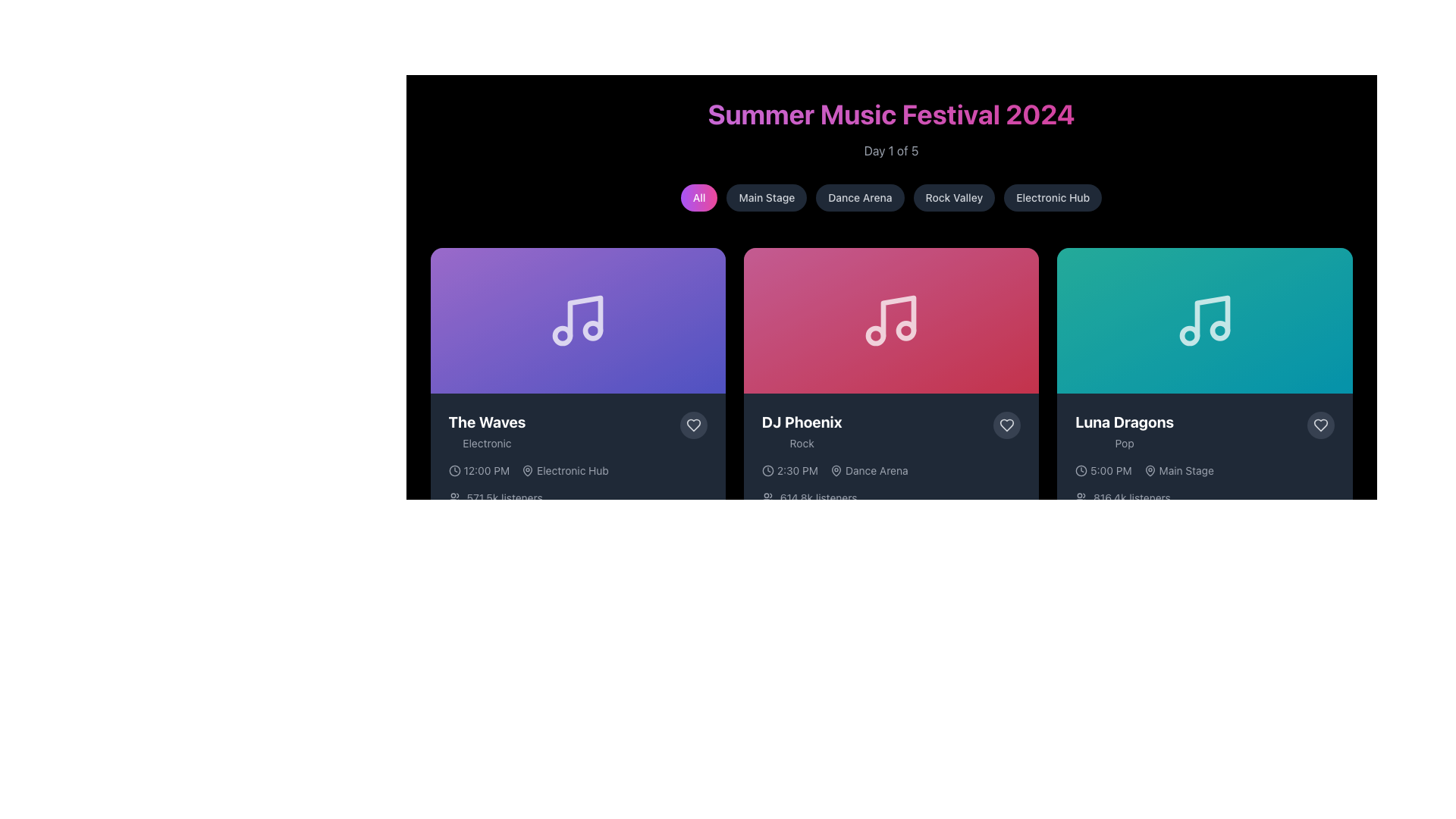 This screenshot has width=1456, height=819. I want to click on the text element displaying '5:00 PM' and 'Main Stage' located in the bottom section of the card labeled 'Luna Dragons', so click(1203, 470).